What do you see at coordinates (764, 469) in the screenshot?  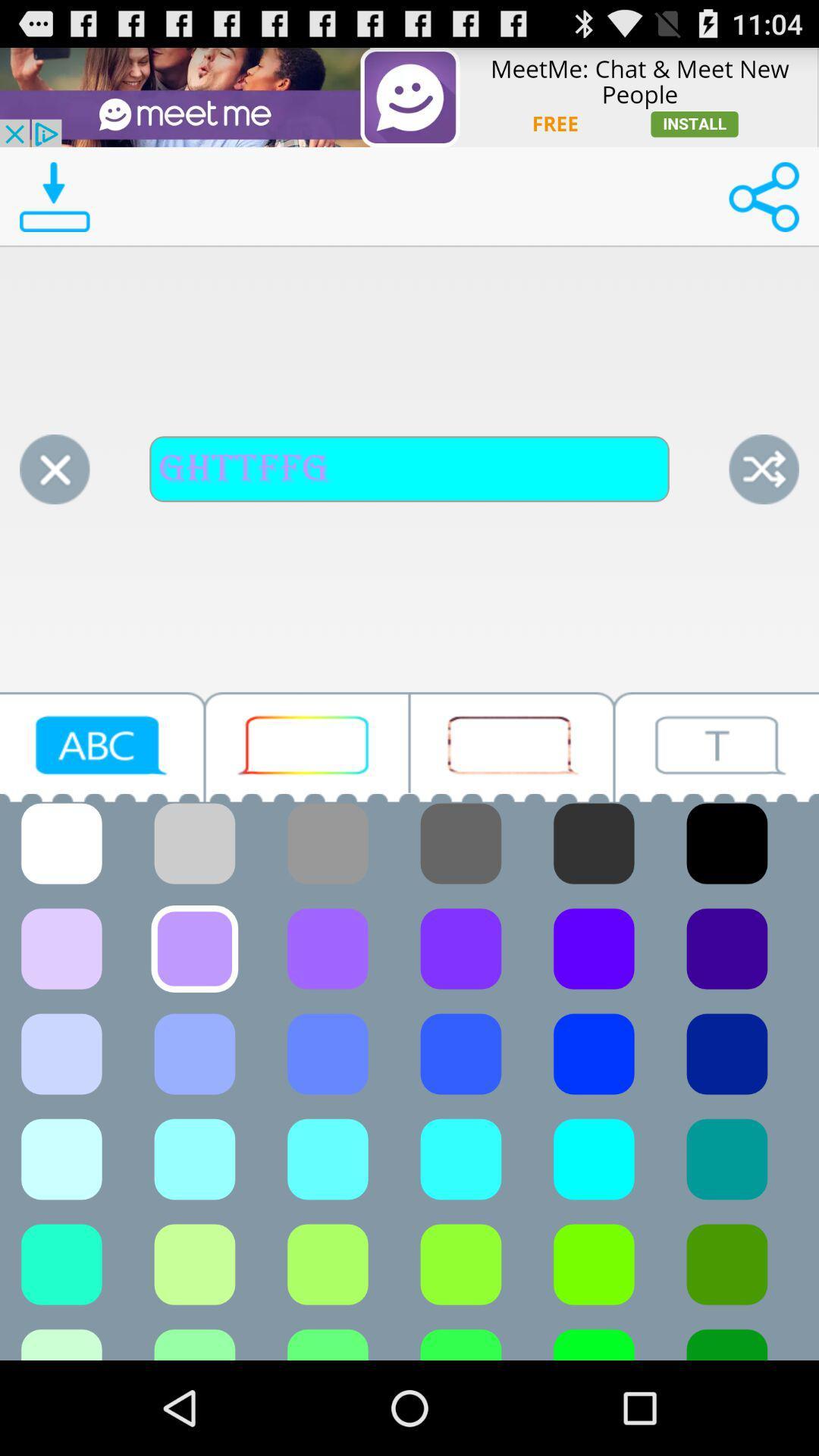 I see `and go` at bounding box center [764, 469].